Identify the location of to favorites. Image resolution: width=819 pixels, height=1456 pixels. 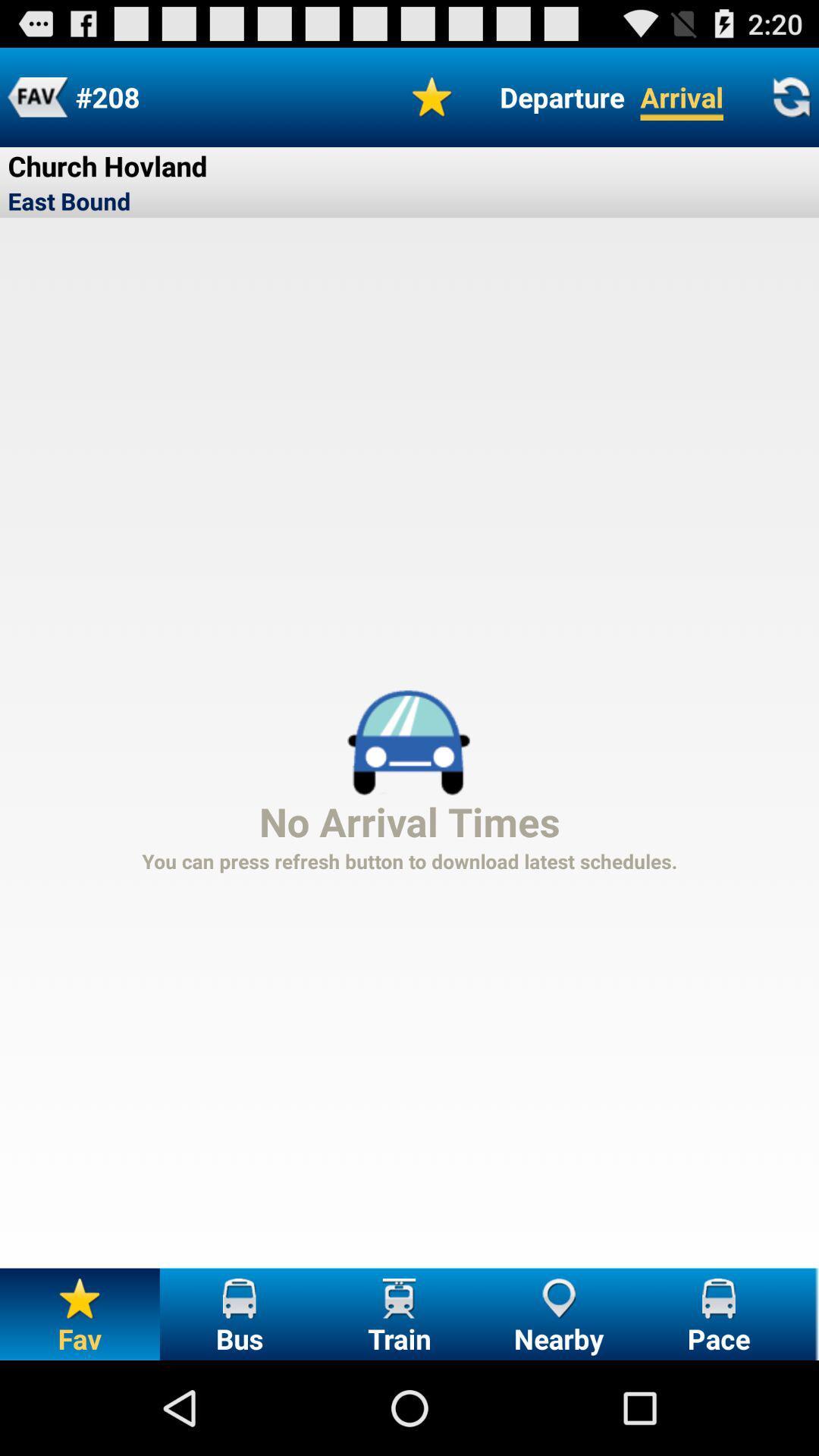
(36, 96).